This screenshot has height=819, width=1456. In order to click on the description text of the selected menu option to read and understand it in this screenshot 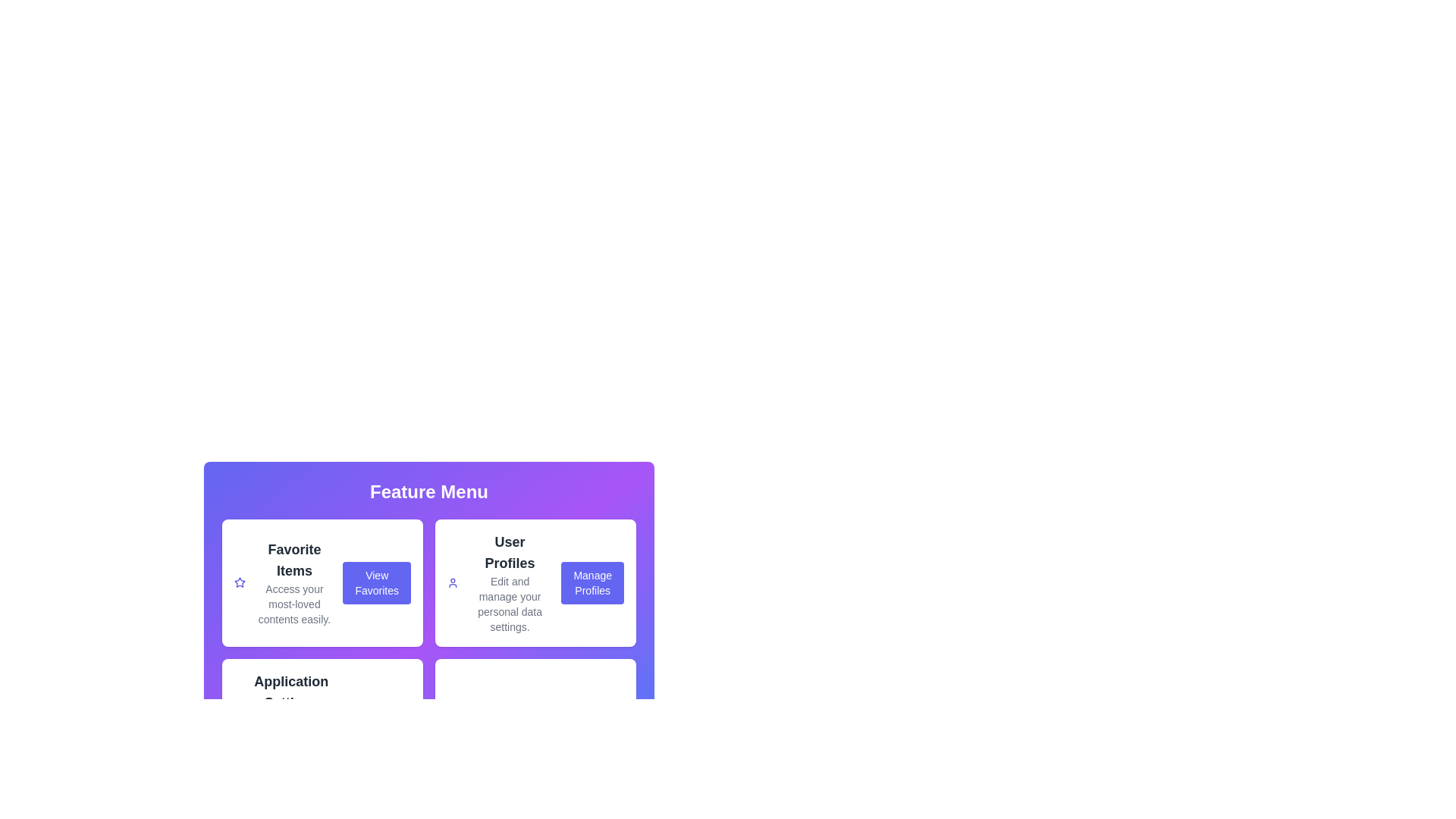, I will do `click(294, 582)`.